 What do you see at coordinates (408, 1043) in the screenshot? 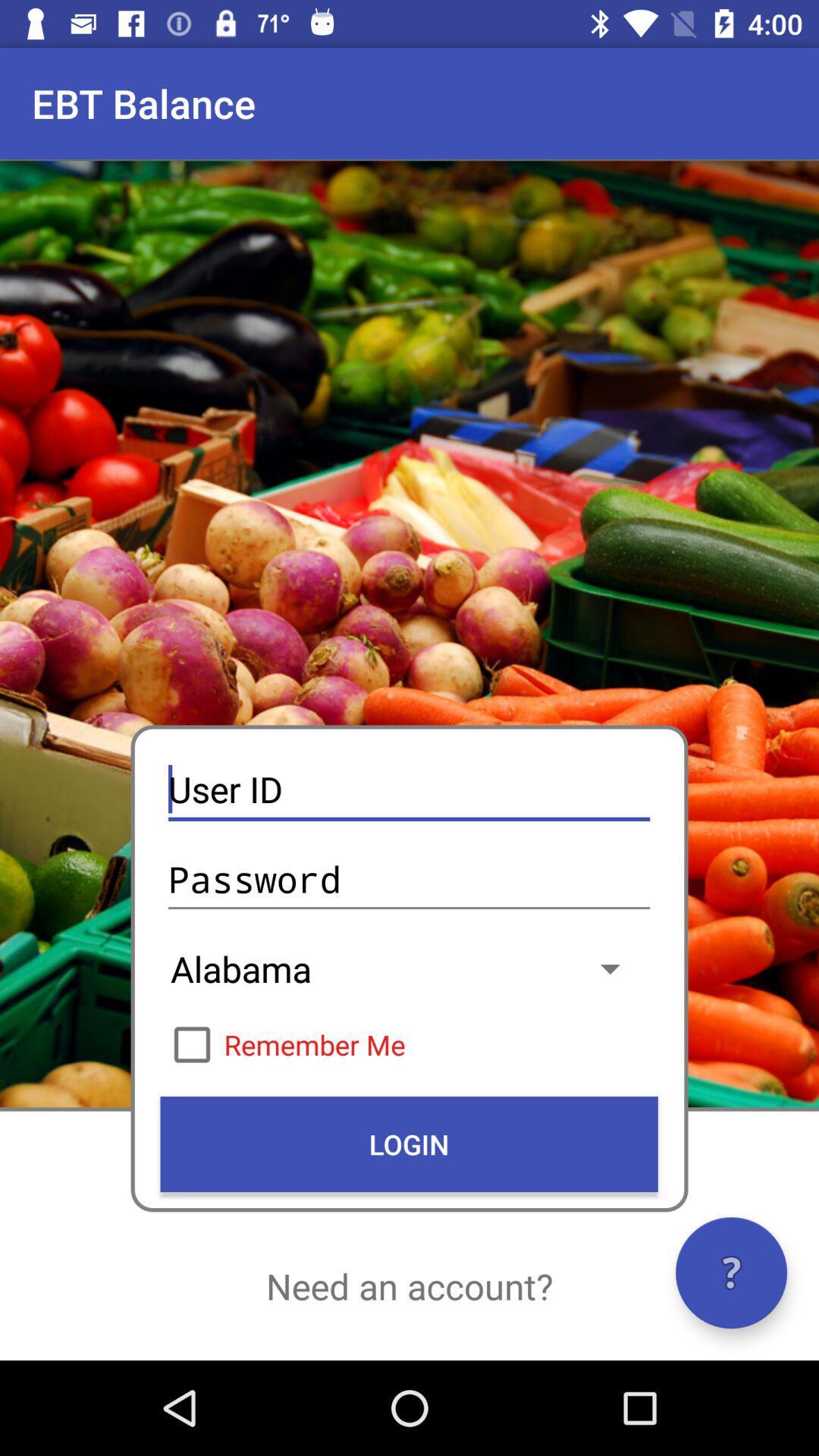
I see `the remember me` at bounding box center [408, 1043].